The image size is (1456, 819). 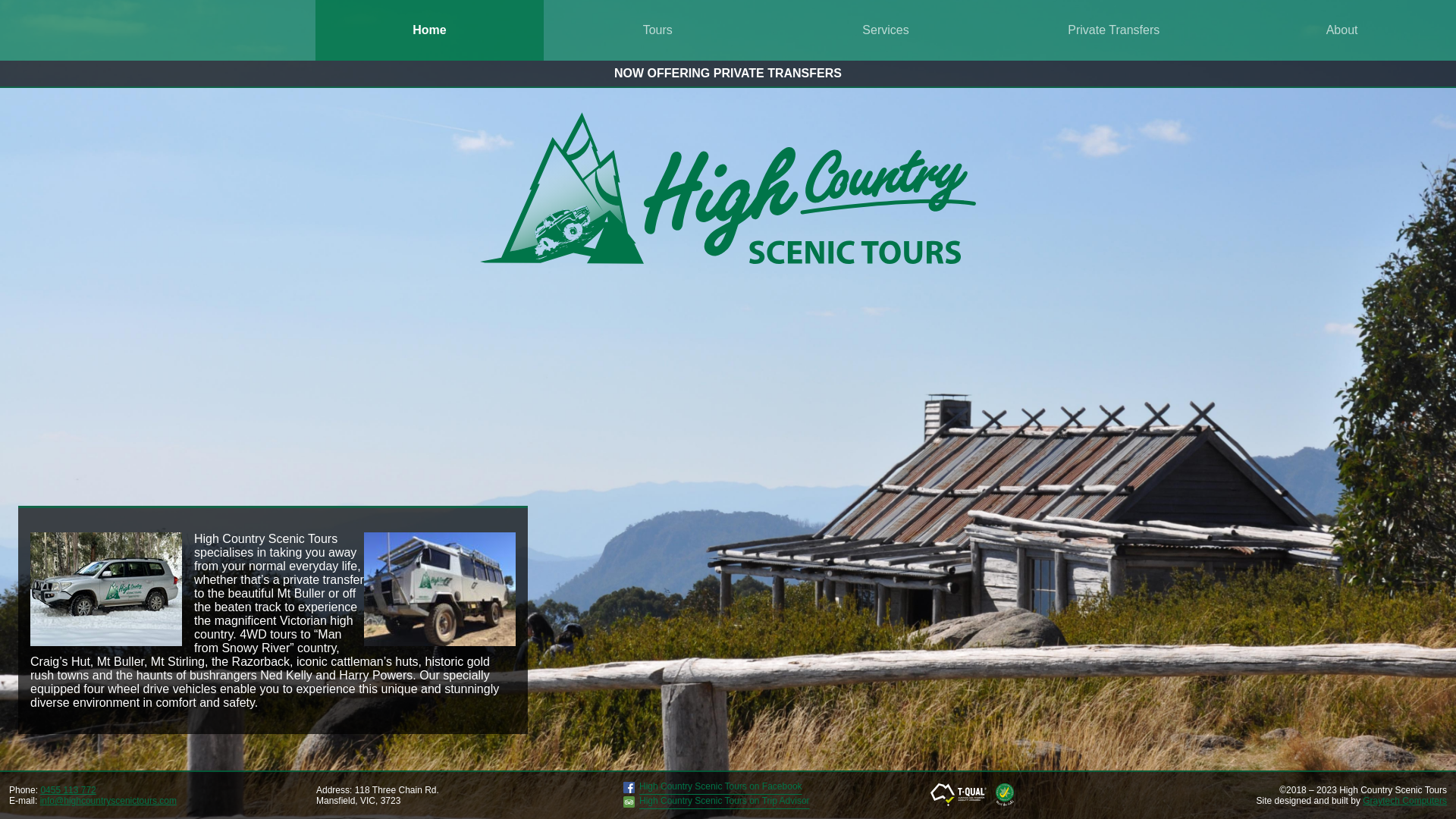 I want to click on 'High Country Scenic Tours on Trip Advisor', so click(x=716, y=803).